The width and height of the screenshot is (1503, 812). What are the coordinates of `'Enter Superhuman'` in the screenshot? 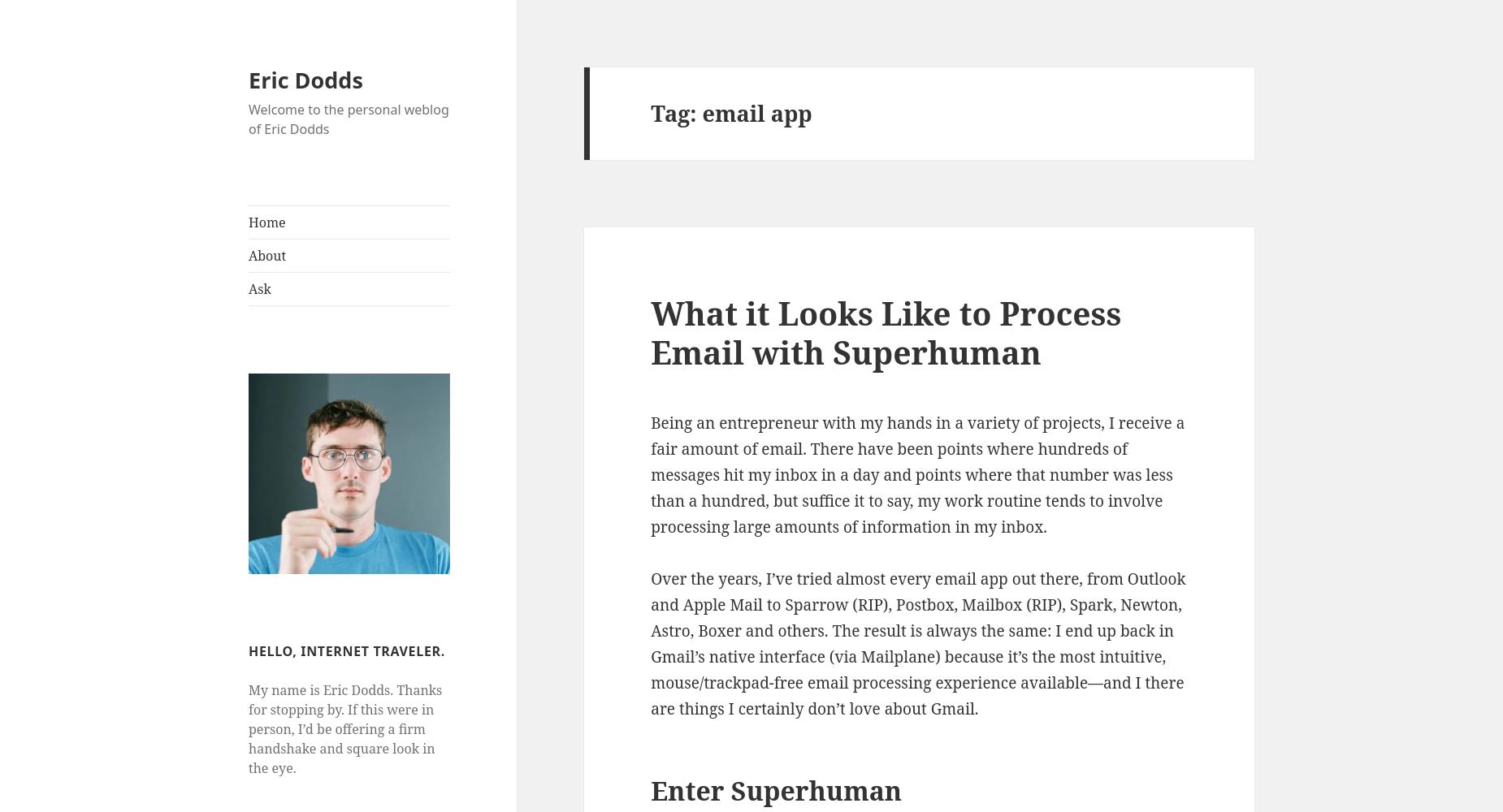 It's located at (775, 788).